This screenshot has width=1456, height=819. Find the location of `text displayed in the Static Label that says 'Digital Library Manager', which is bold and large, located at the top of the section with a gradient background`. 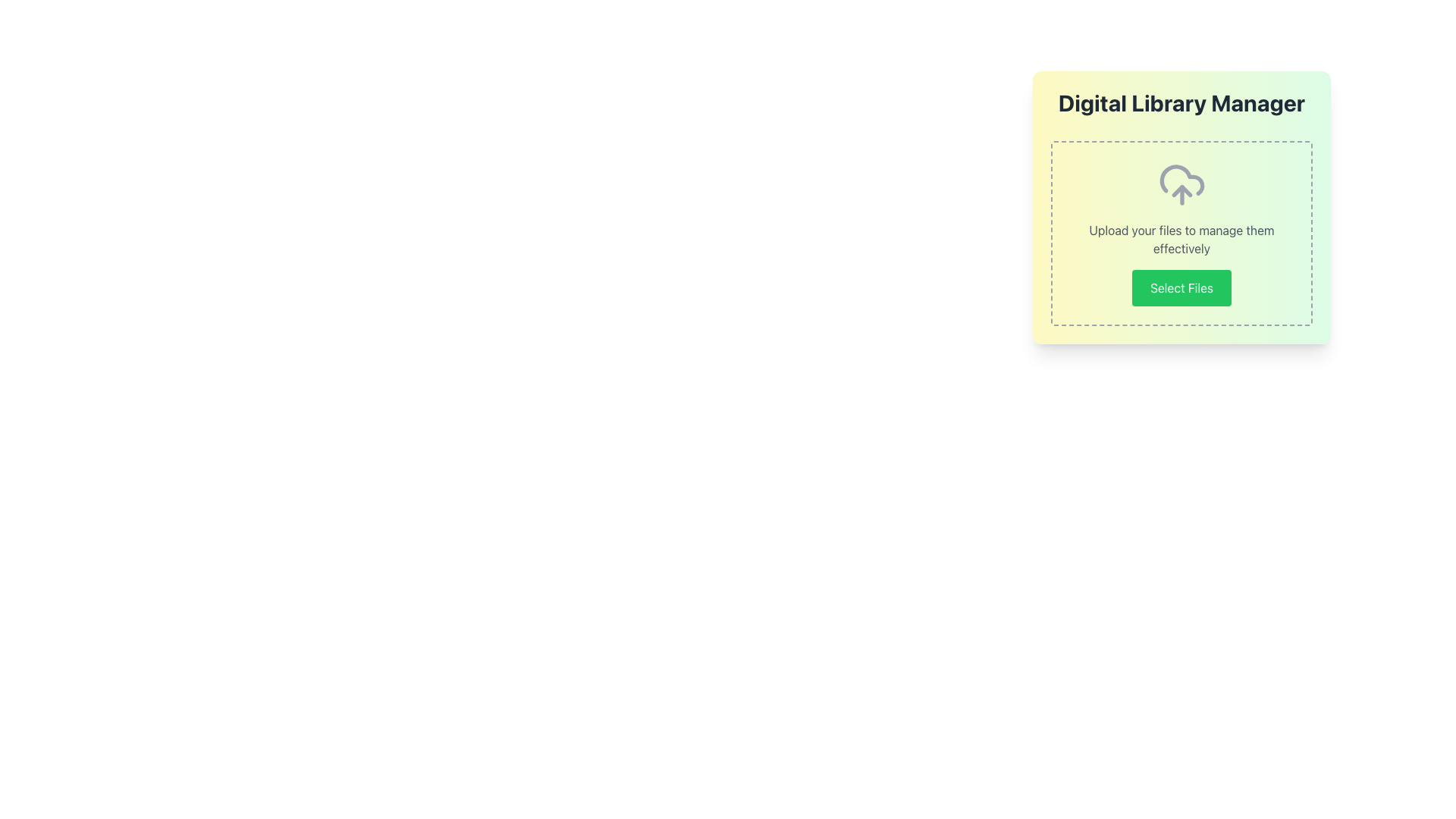

text displayed in the Static Label that says 'Digital Library Manager', which is bold and large, located at the top of the section with a gradient background is located at coordinates (1181, 102).